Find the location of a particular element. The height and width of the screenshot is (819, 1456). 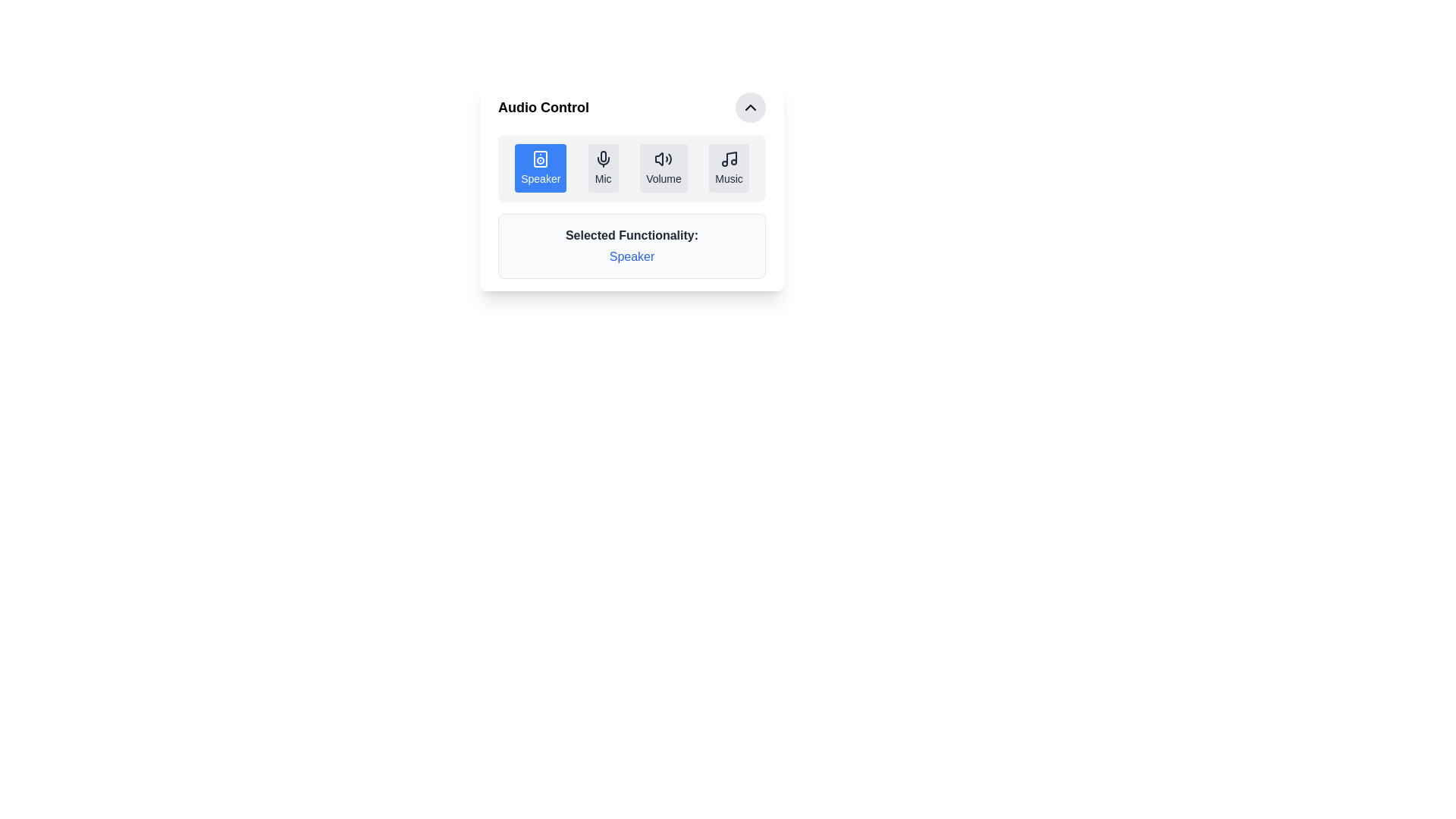

the 'Volume' button is located at coordinates (664, 168).